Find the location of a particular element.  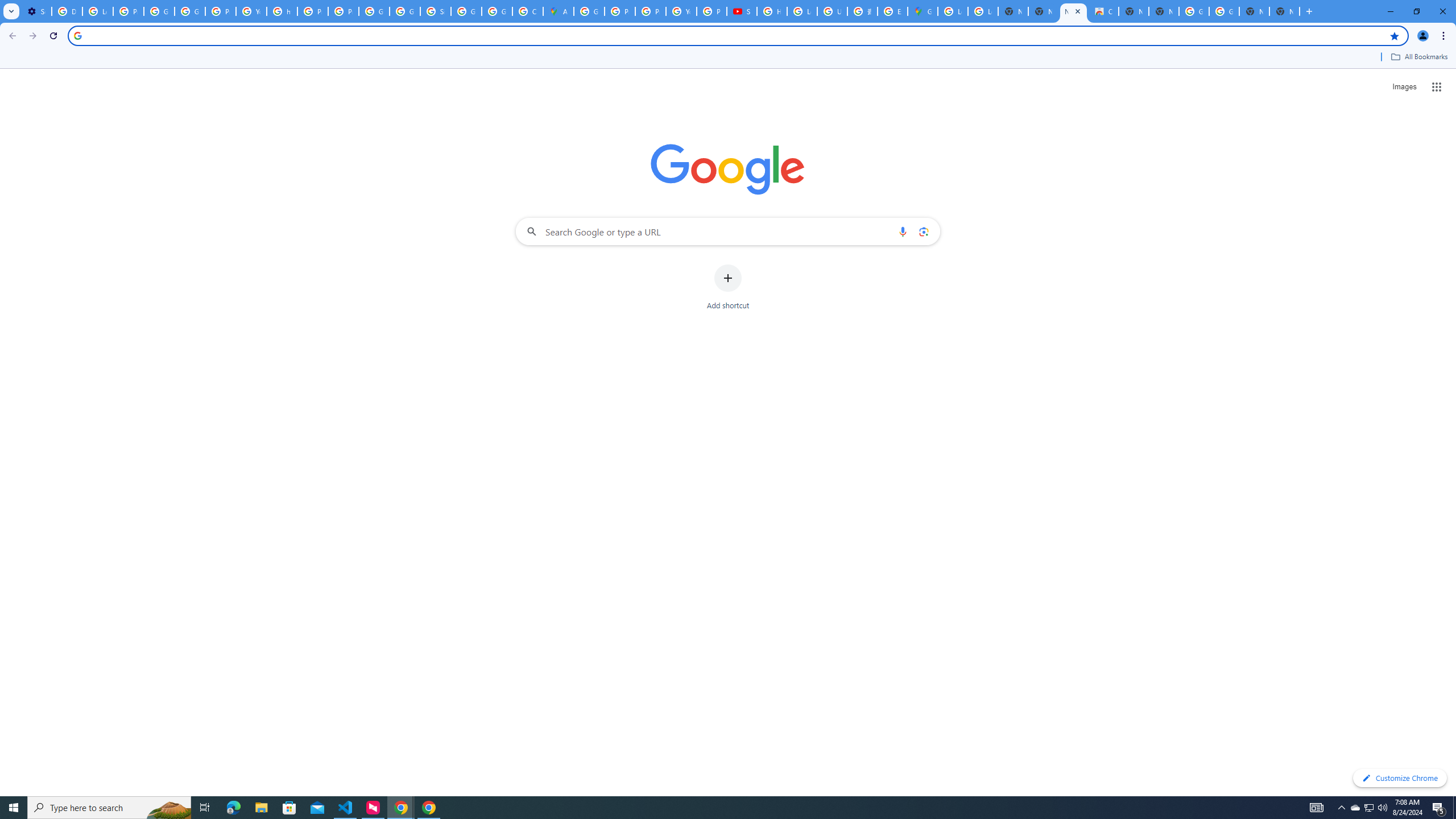

'Explore new street-level details - Google Maps Help' is located at coordinates (892, 11).